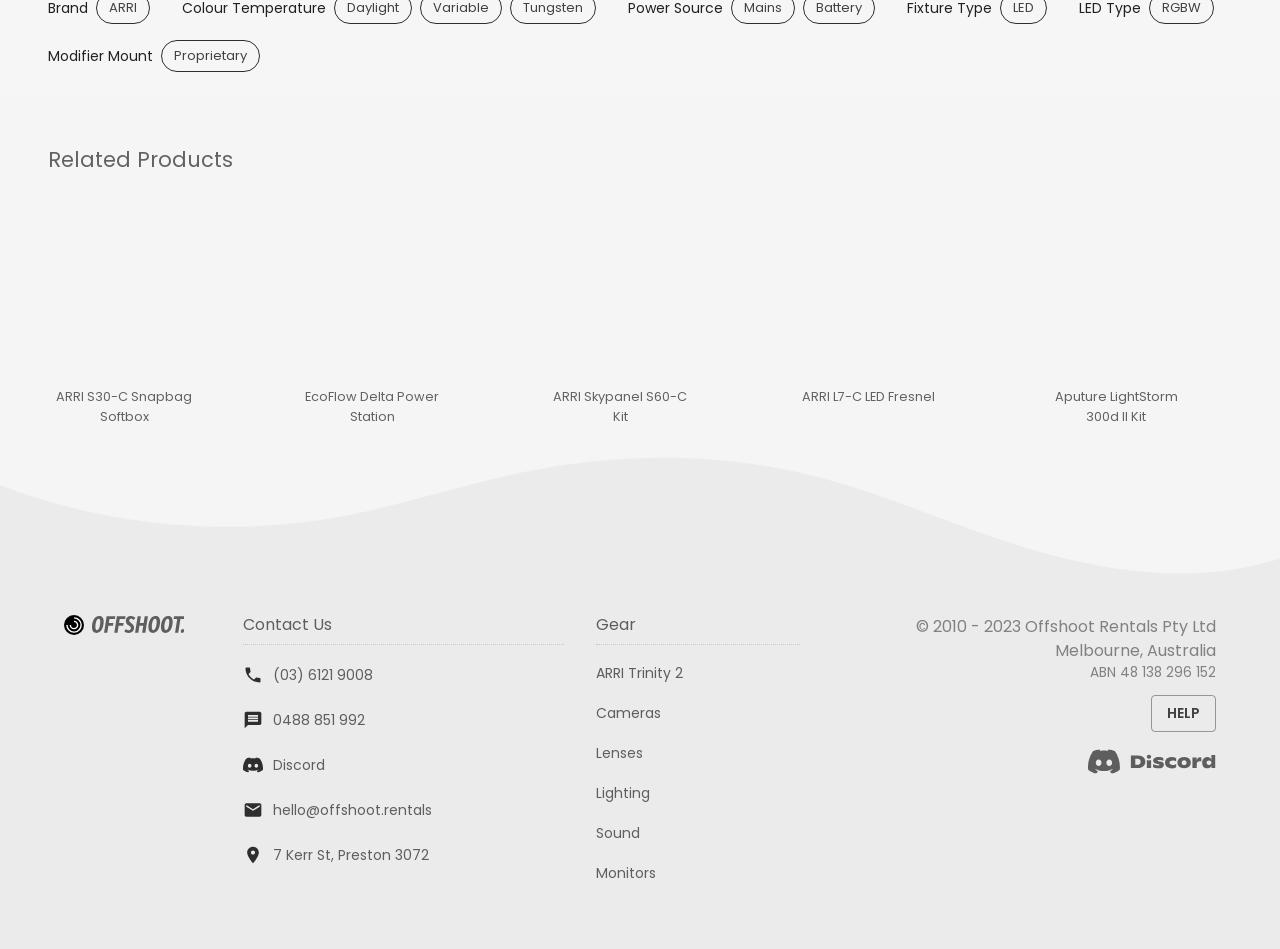 The image size is (1280, 949). Describe the element at coordinates (1002, 624) in the screenshot. I see `'2023'` at that location.